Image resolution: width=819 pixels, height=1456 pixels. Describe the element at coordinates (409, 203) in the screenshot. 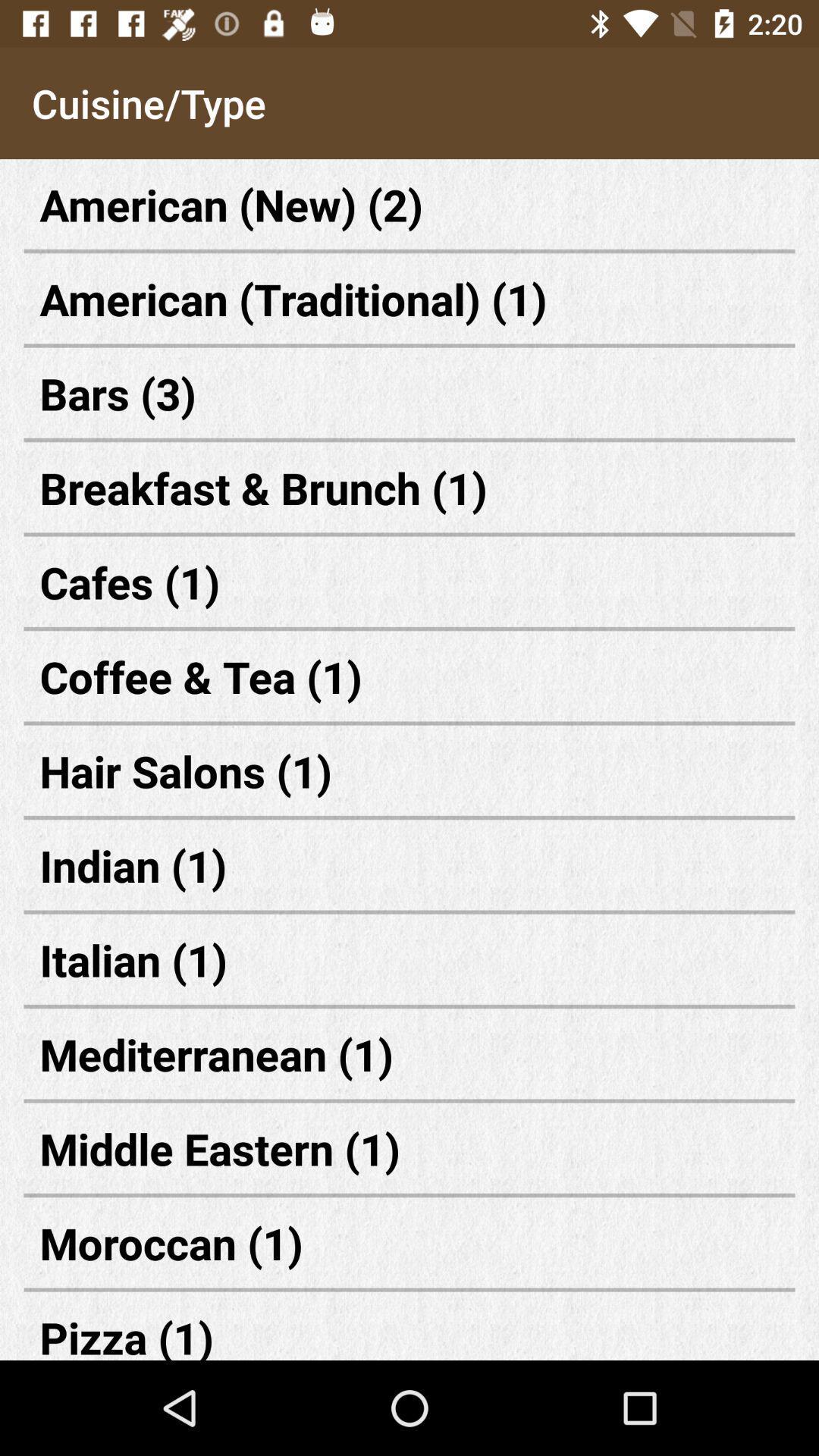

I see `the first text which says american new 2` at that location.